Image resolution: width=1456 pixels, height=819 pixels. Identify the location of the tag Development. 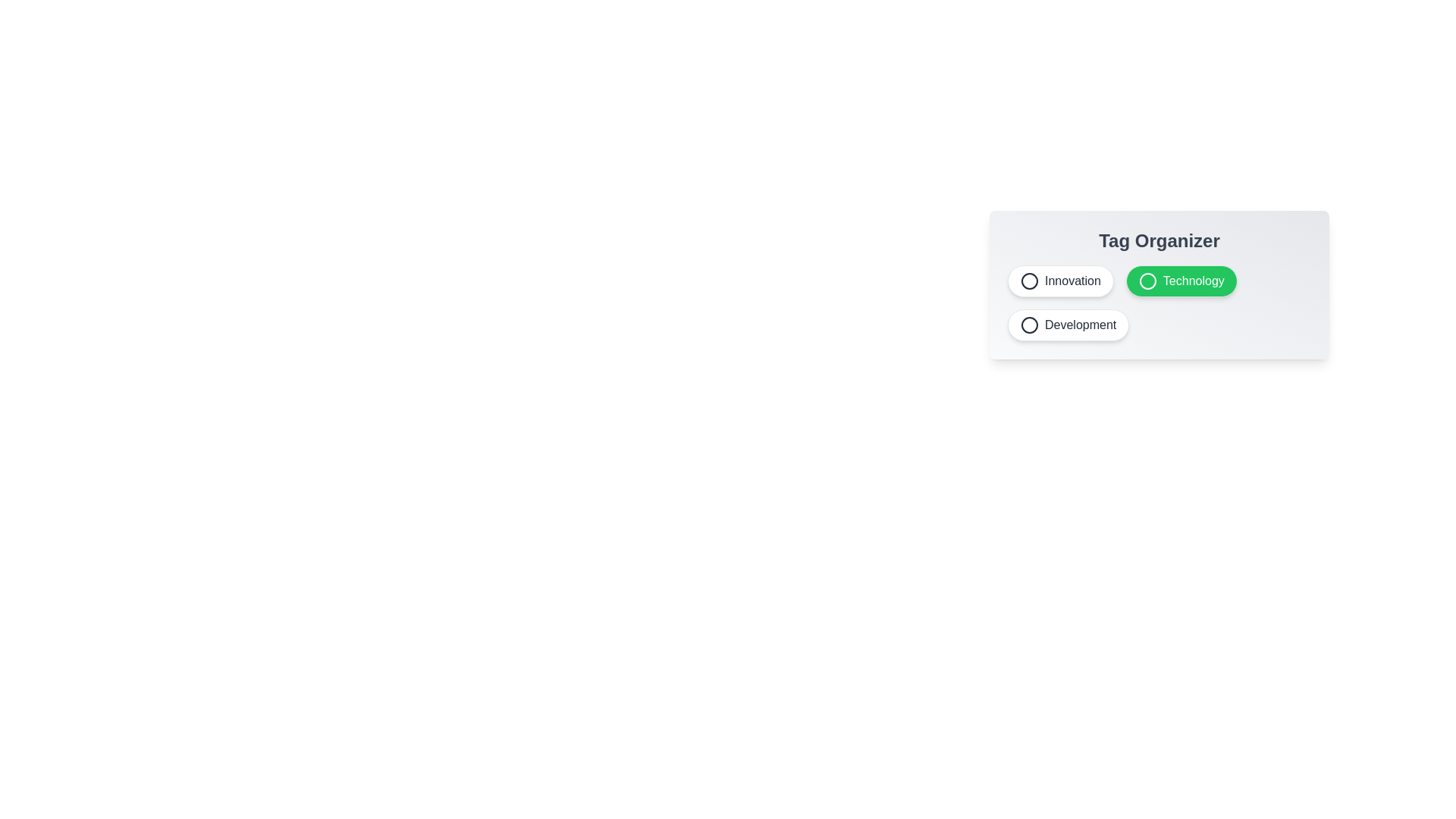
(1068, 324).